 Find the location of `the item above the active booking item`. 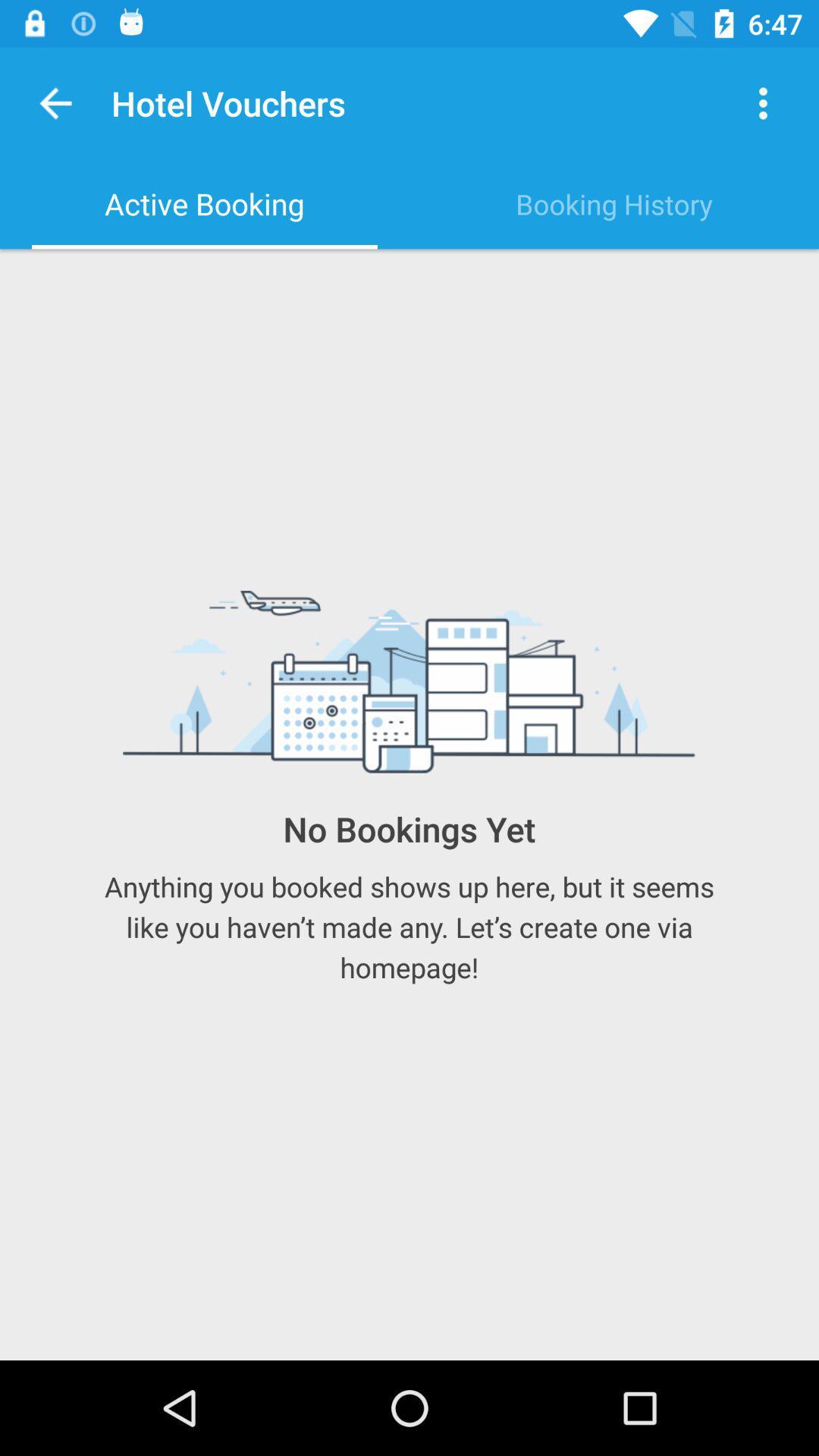

the item above the active booking item is located at coordinates (55, 102).